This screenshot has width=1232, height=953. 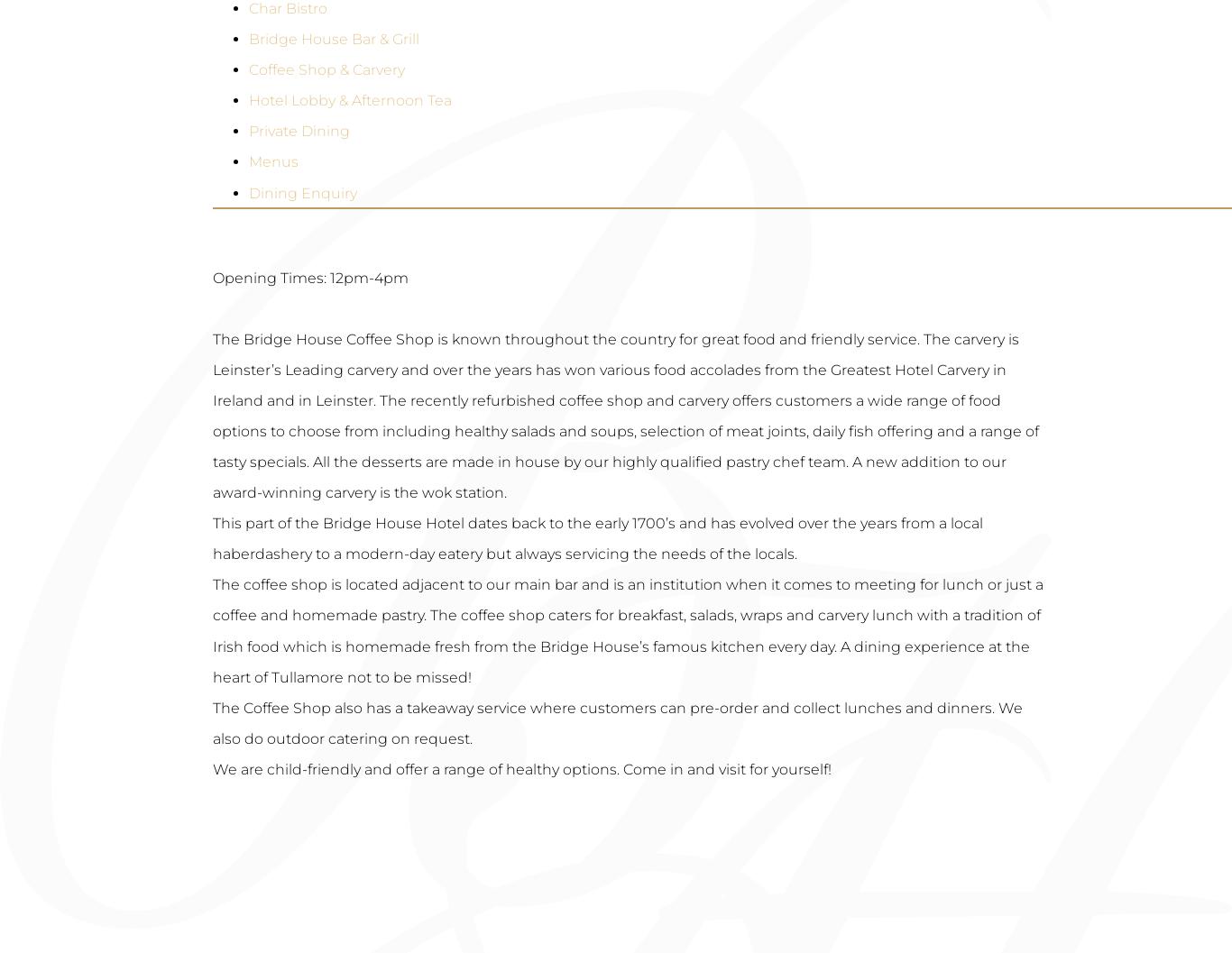 What do you see at coordinates (367, 614) in the screenshot?
I see `'Spa Days Out'` at bounding box center [367, 614].